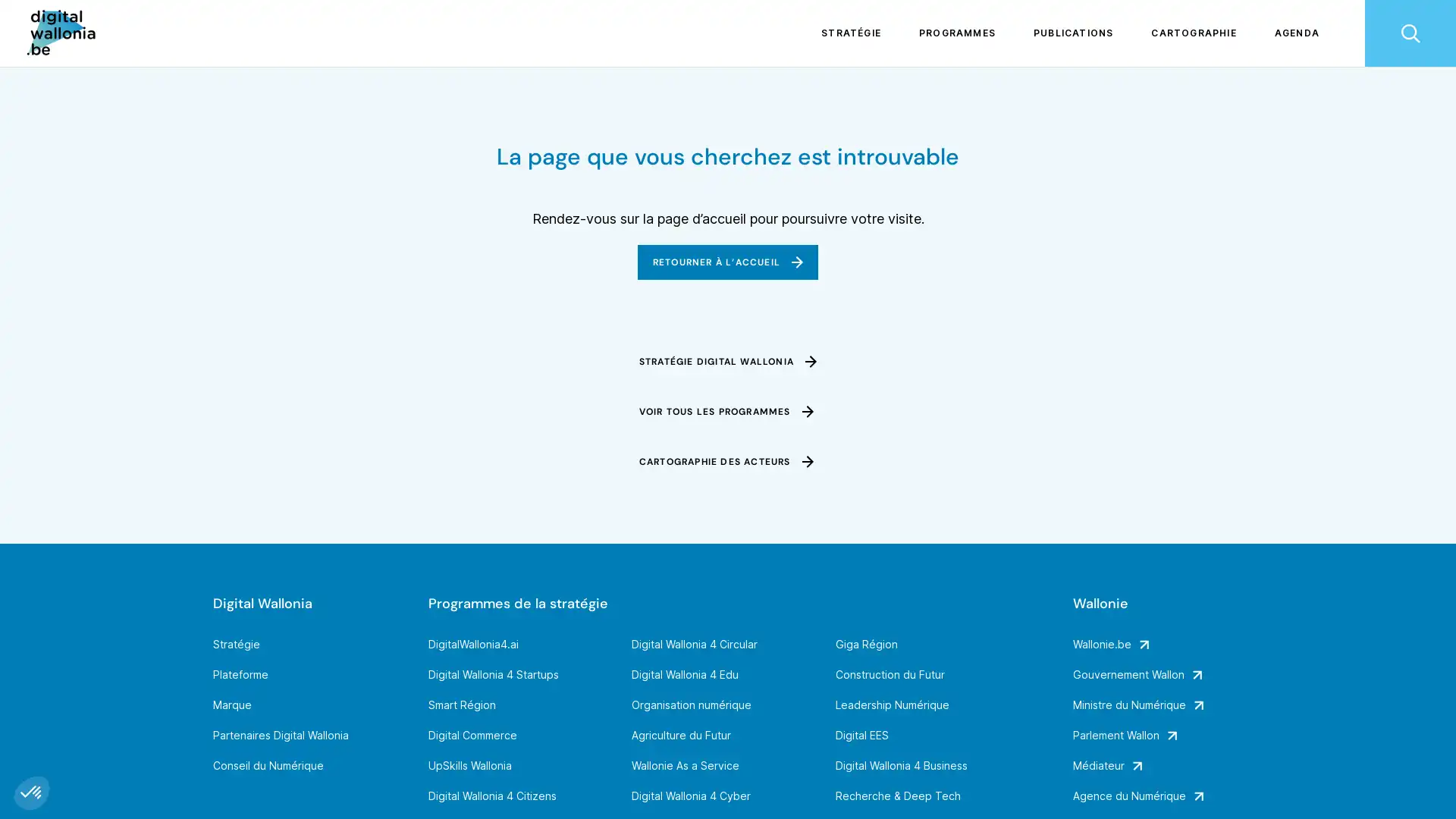 This screenshot has width=1456, height=819. What do you see at coordinates (32, 792) in the screenshot?
I see `Fermer` at bounding box center [32, 792].